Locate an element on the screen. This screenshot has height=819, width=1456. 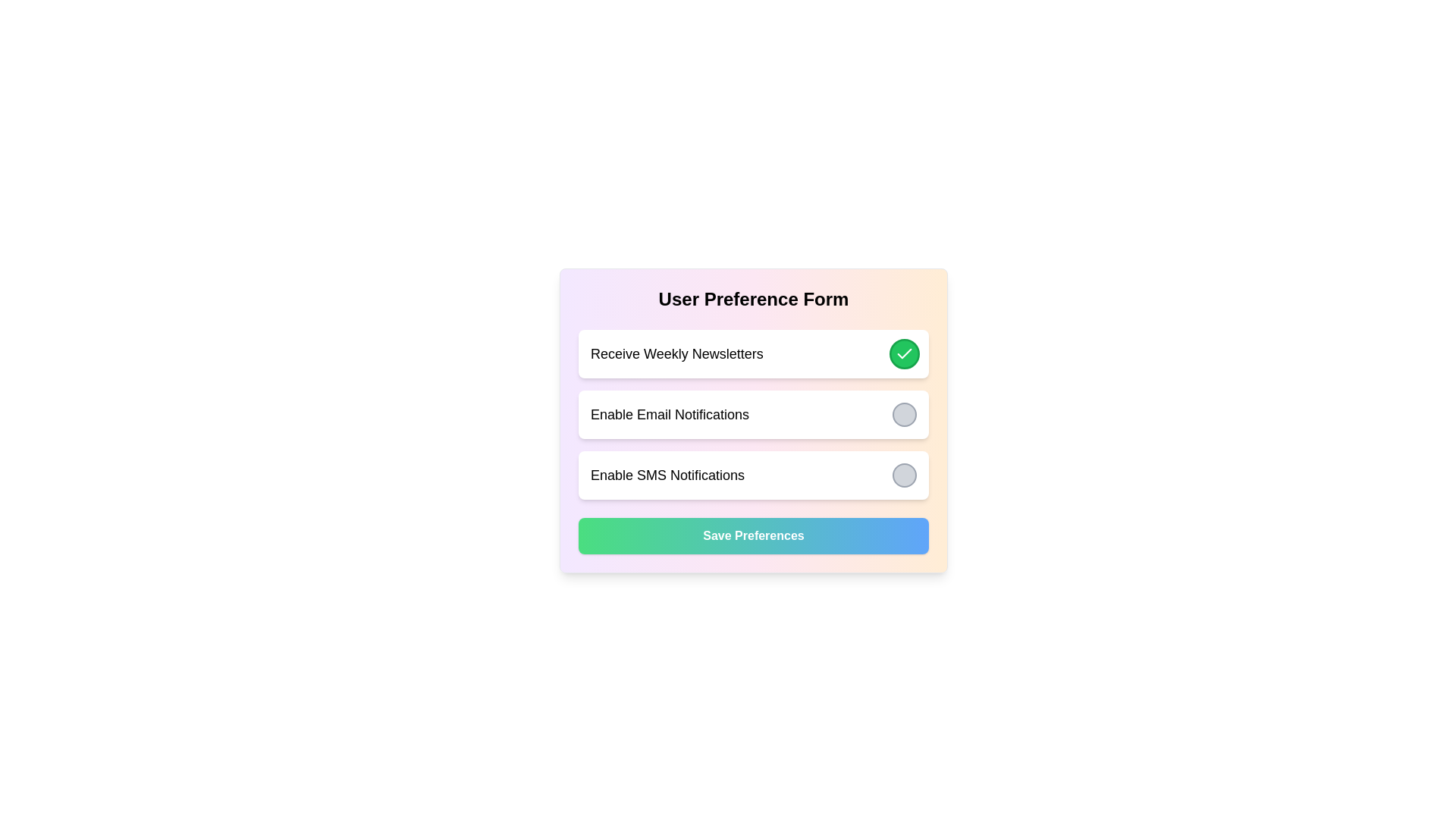
the text label that describes the preference option for receiving weekly newsletters, which is located to the left of a green circular icon with a checkmark is located at coordinates (676, 353).